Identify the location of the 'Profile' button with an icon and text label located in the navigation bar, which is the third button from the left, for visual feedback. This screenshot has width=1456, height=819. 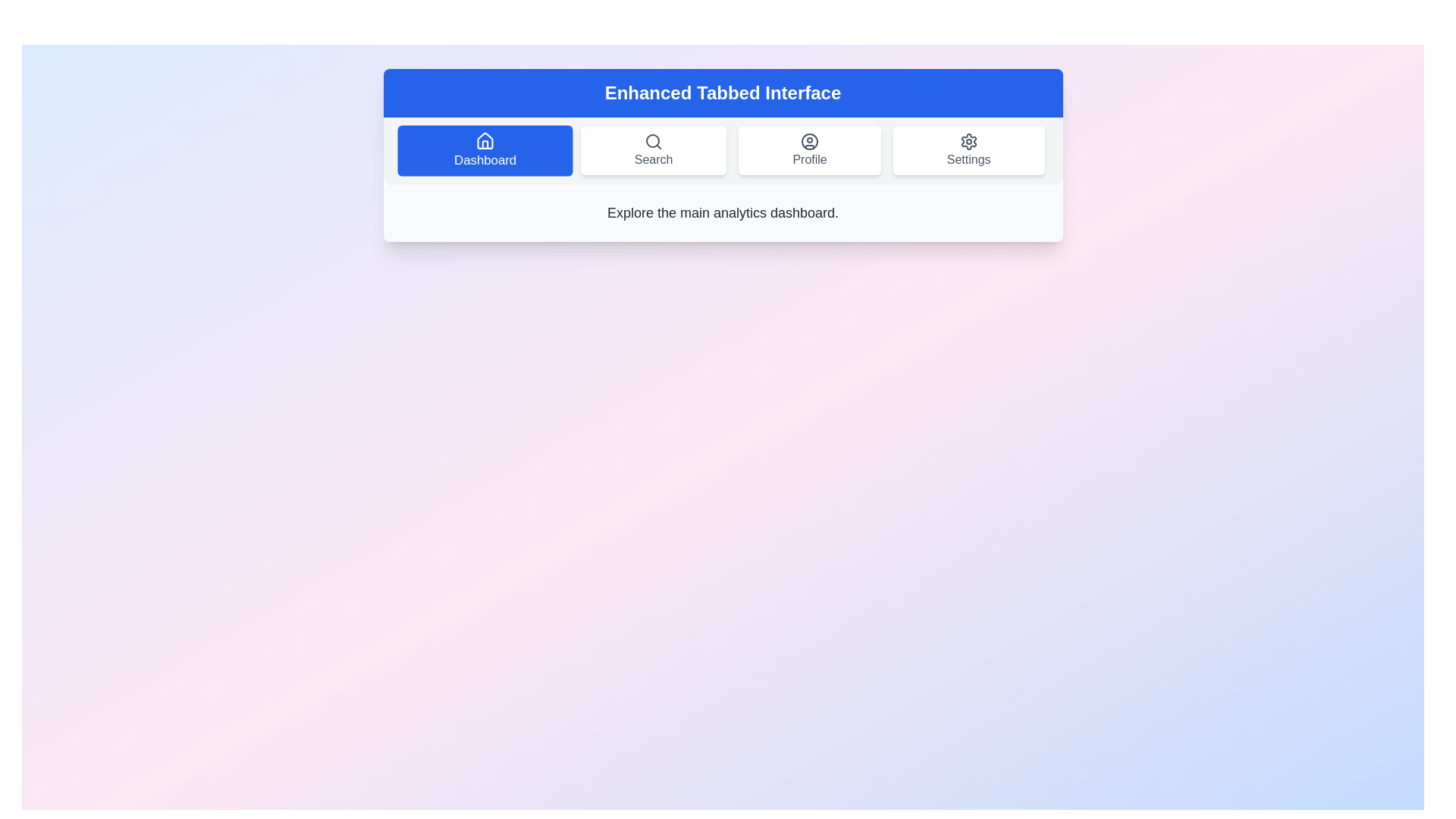
(809, 151).